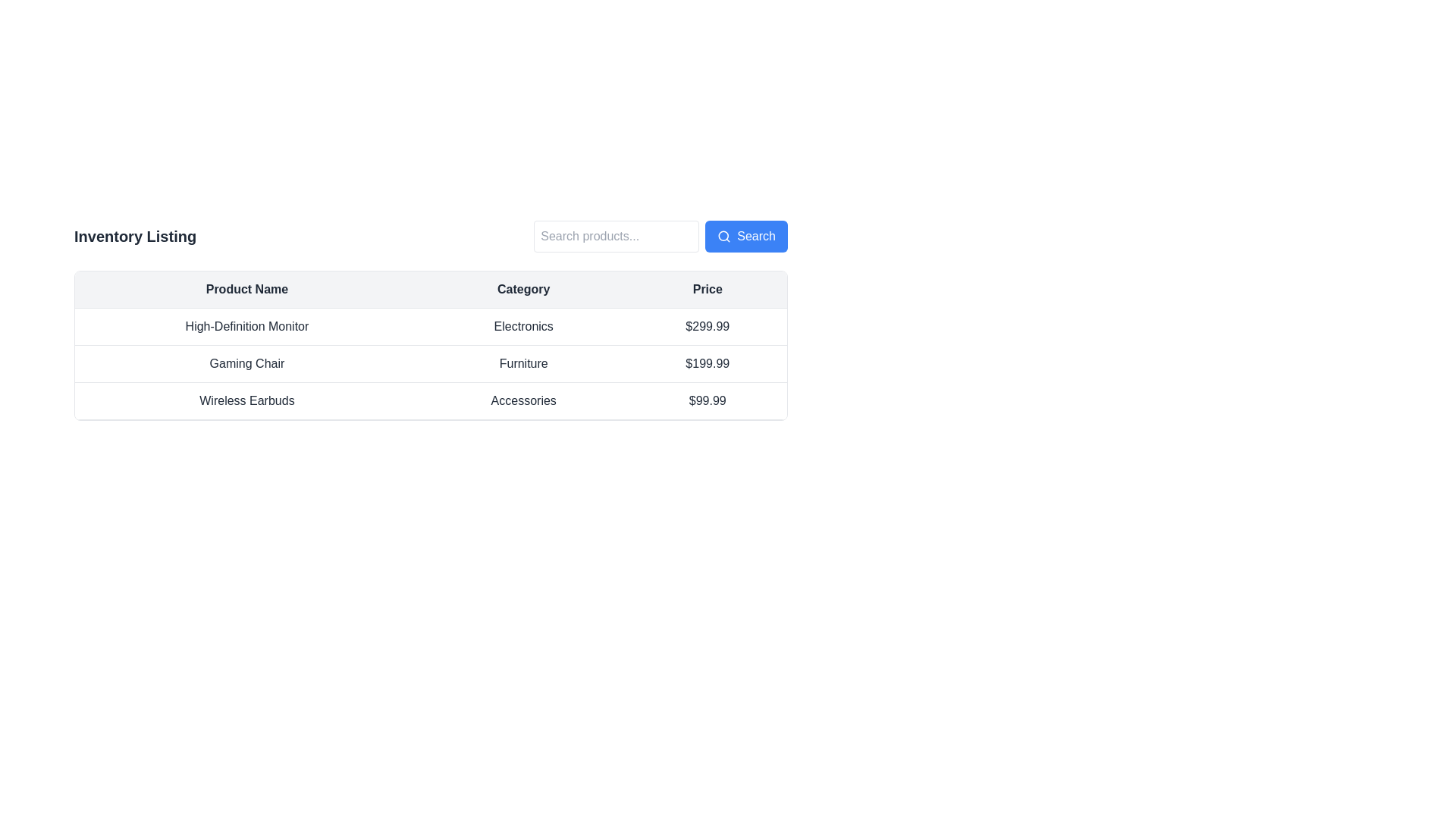 The width and height of the screenshot is (1456, 819). What do you see at coordinates (247, 326) in the screenshot?
I see `the product name text label in the first column of the inventory listing to read its content` at bounding box center [247, 326].